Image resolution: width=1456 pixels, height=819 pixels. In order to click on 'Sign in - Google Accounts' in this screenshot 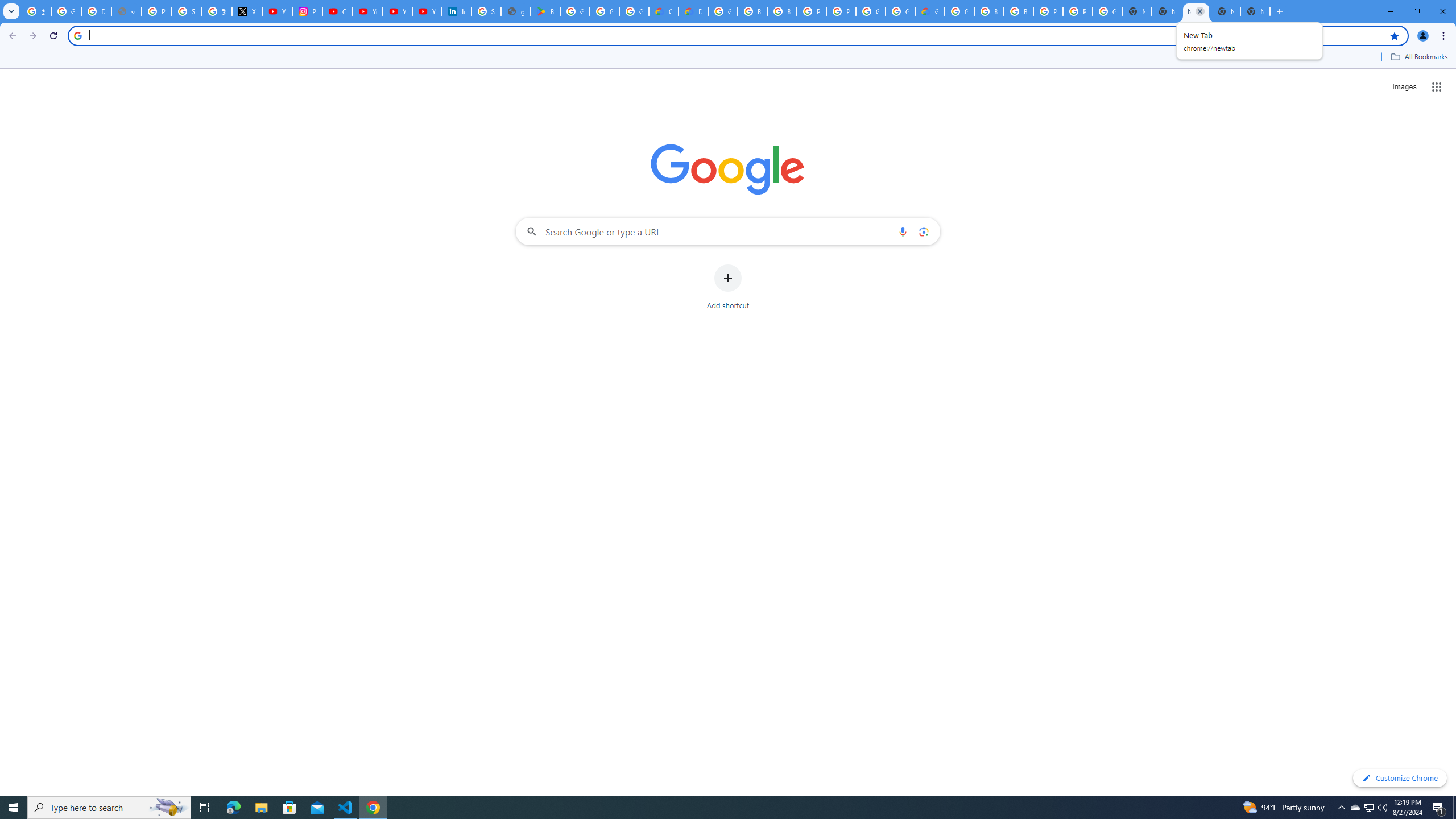, I will do `click(185, 11)`.